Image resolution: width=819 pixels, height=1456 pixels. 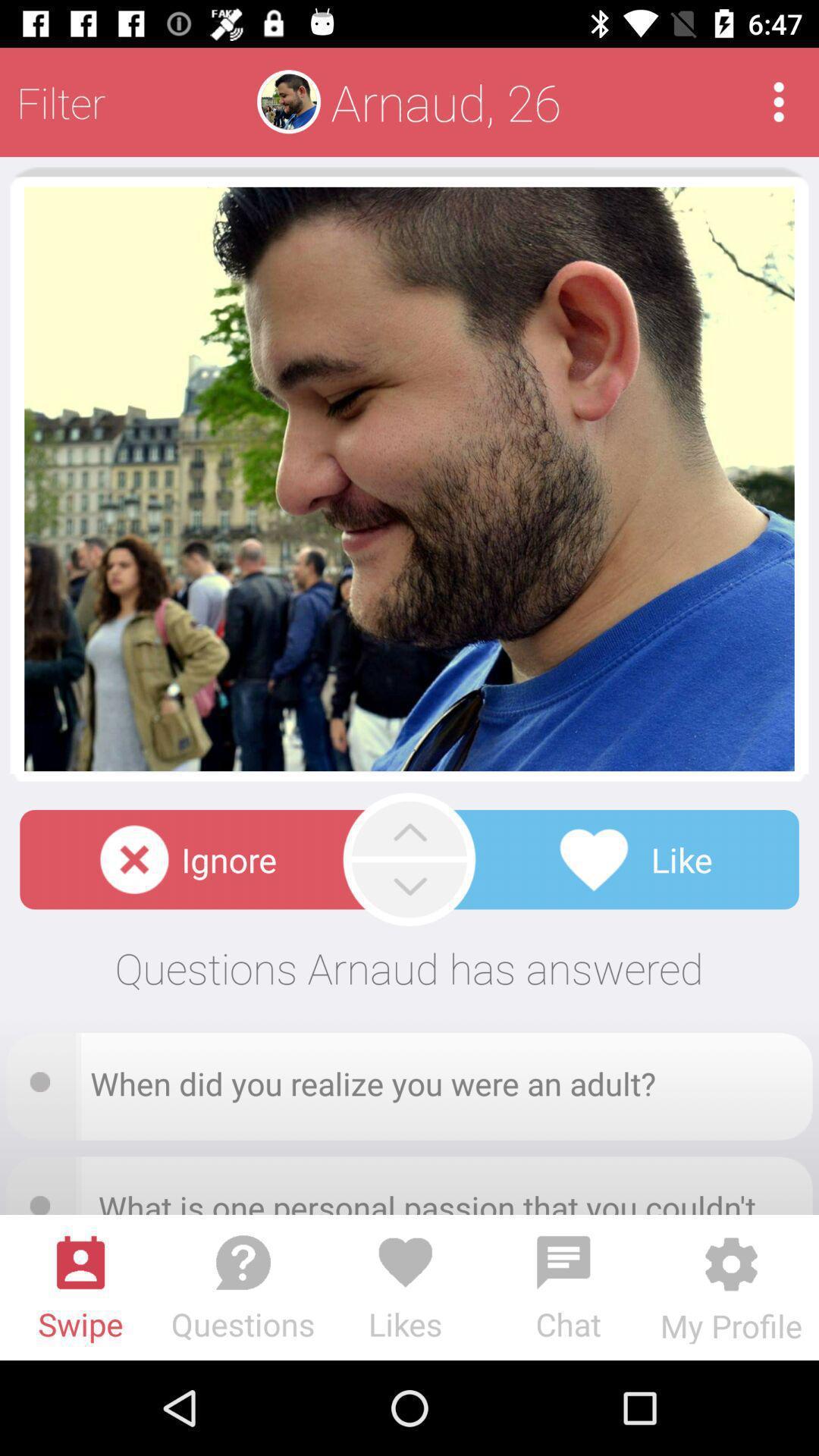 What do you see at coordinates (779, 101) in the screenshot?
I see `more options` at bounding box center [779, 101].